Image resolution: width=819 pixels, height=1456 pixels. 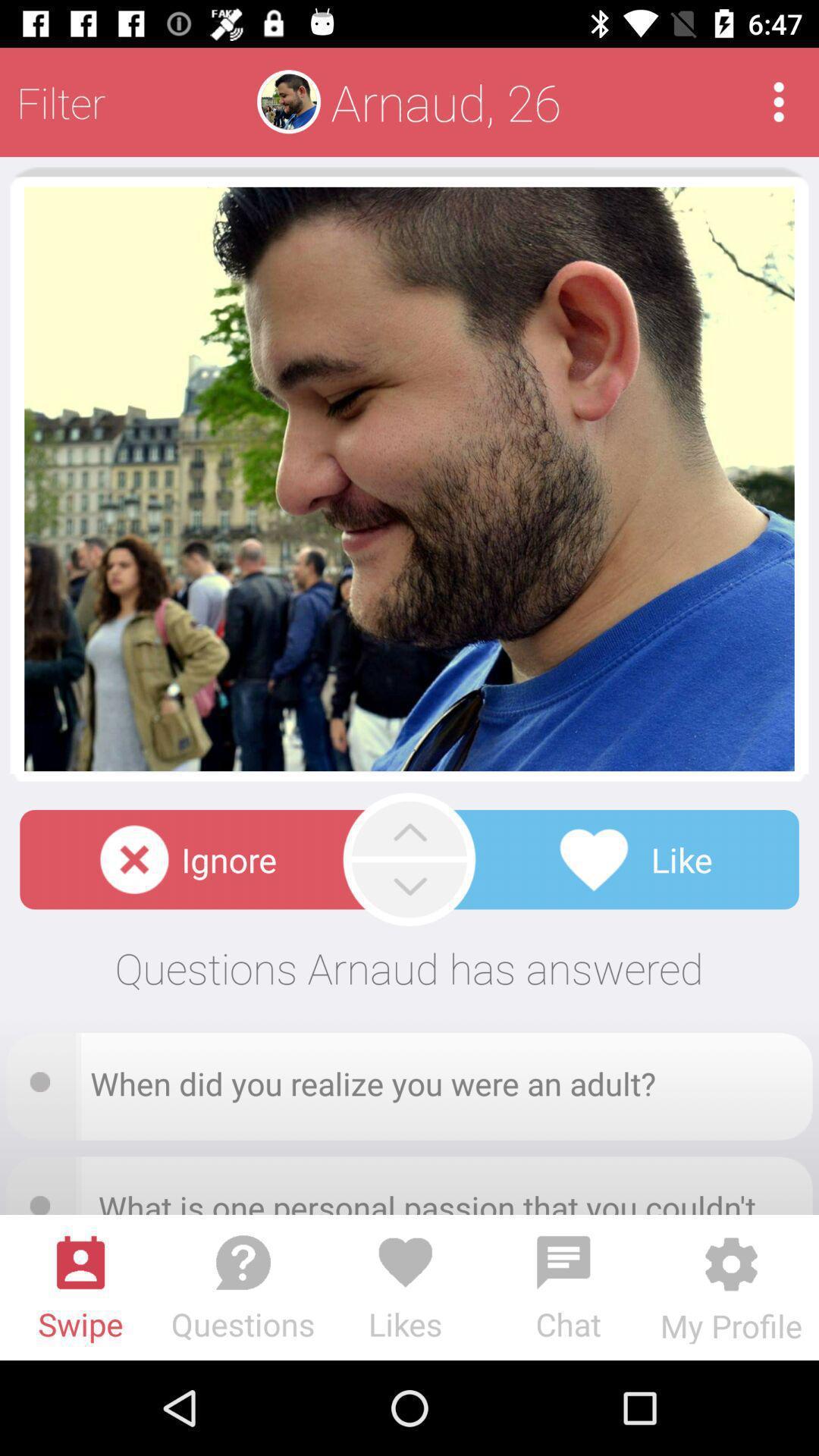 What do you see at coordinates (779, 101) in the screenshot?
I see `more options` at bounding box center [779, 101].